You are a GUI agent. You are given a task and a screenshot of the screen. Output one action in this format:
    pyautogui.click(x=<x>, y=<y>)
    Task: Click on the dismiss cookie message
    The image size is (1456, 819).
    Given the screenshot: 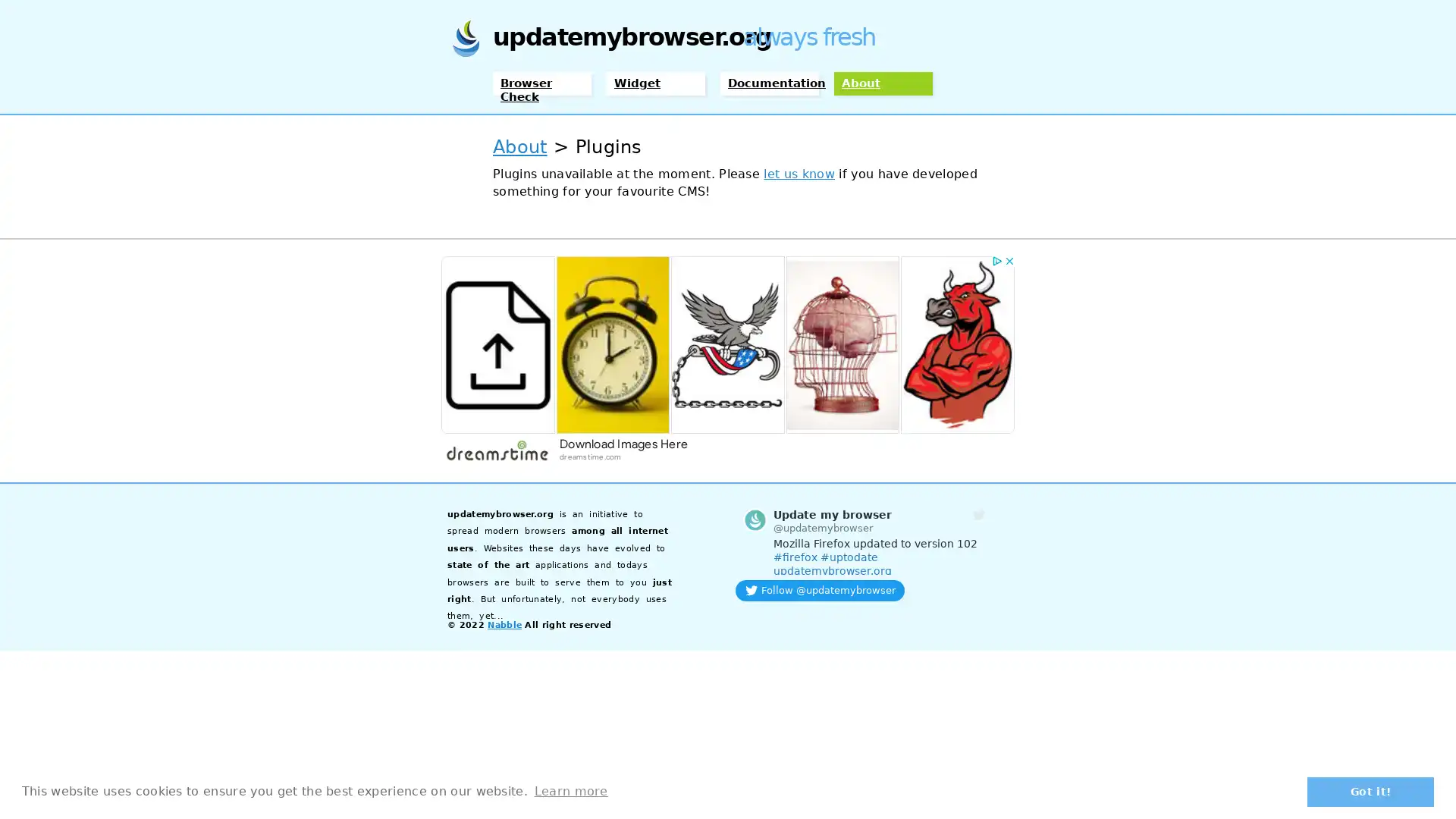 What is the action you would take?
    pyautogui.click(x=1370, y=791)
    